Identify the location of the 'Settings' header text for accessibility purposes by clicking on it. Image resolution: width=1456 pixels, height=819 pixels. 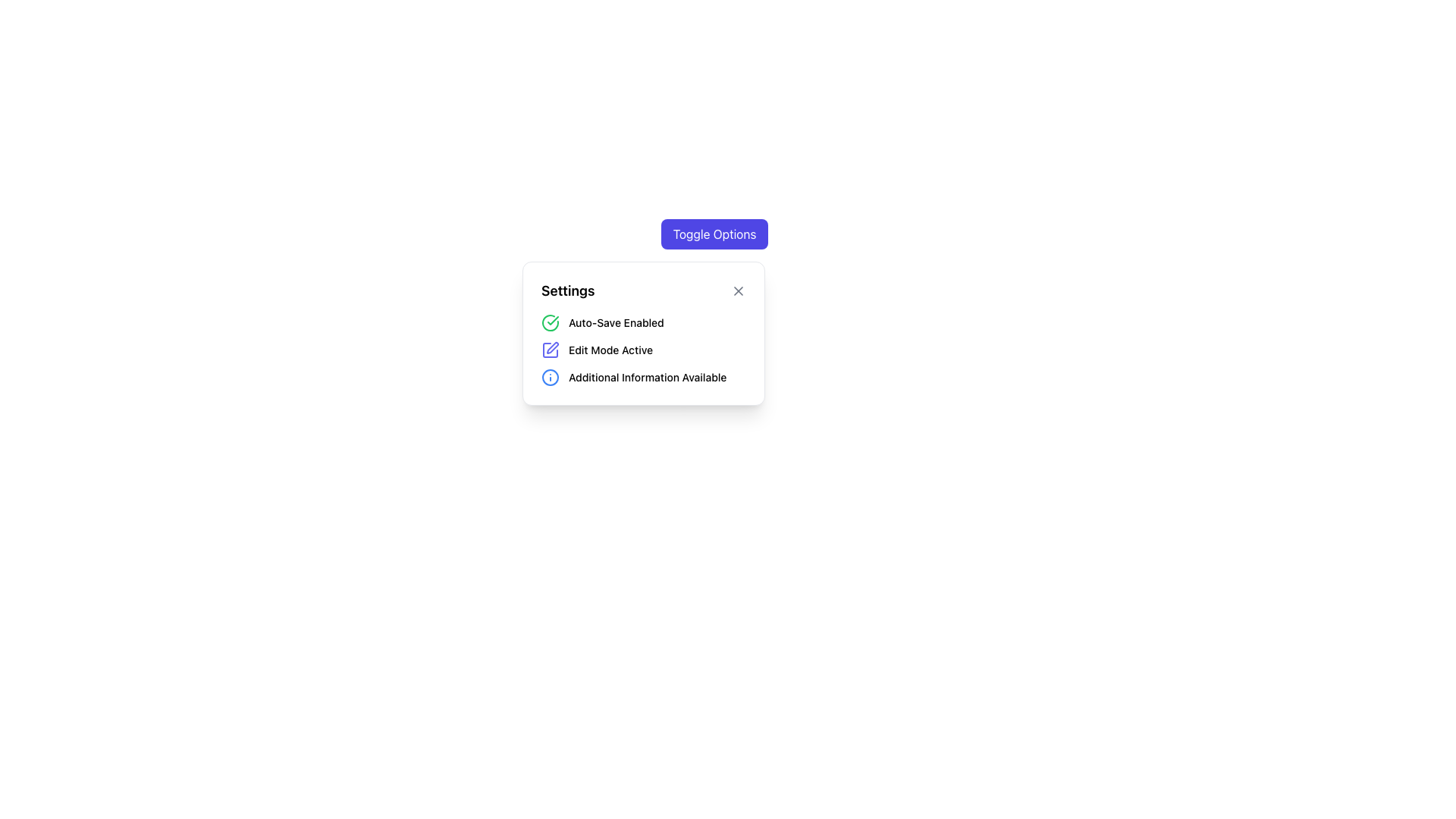
(644, 291).